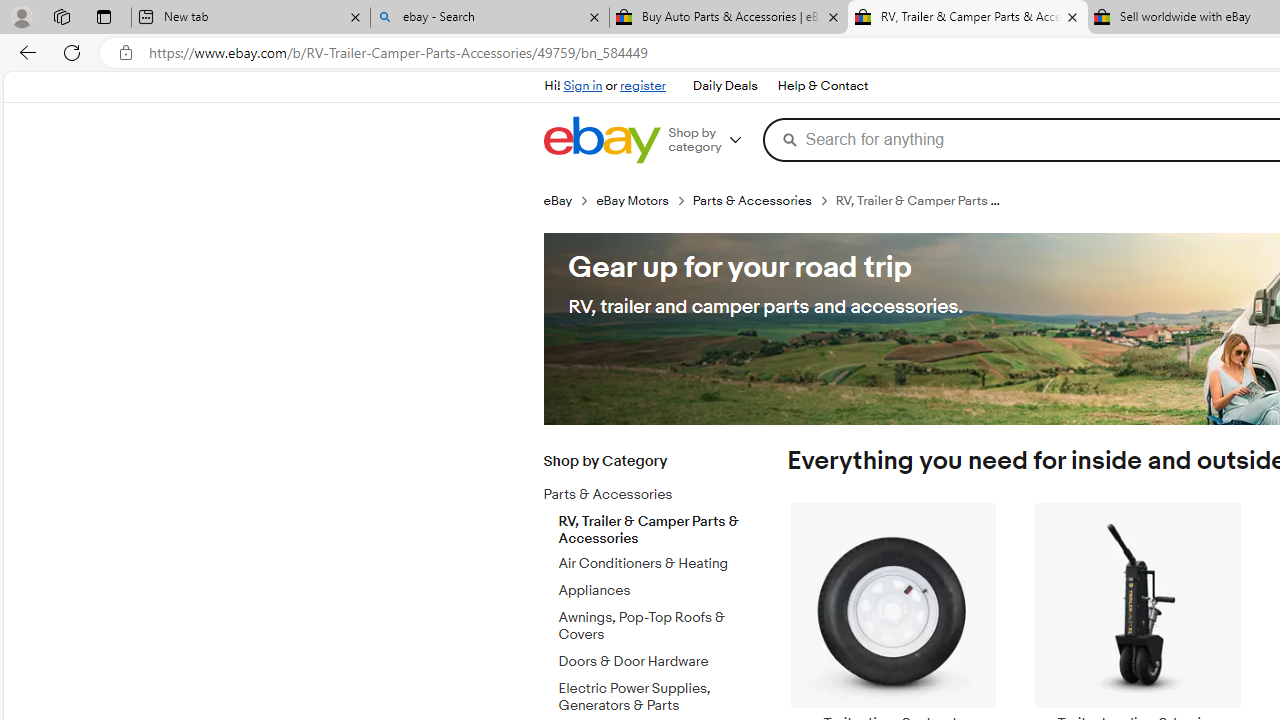  Describe the element at coordinates (967, 17) in the screenshot. I see `'RV, Trailer & Camper Parts & Accessories for sale | eBay'` at that location.